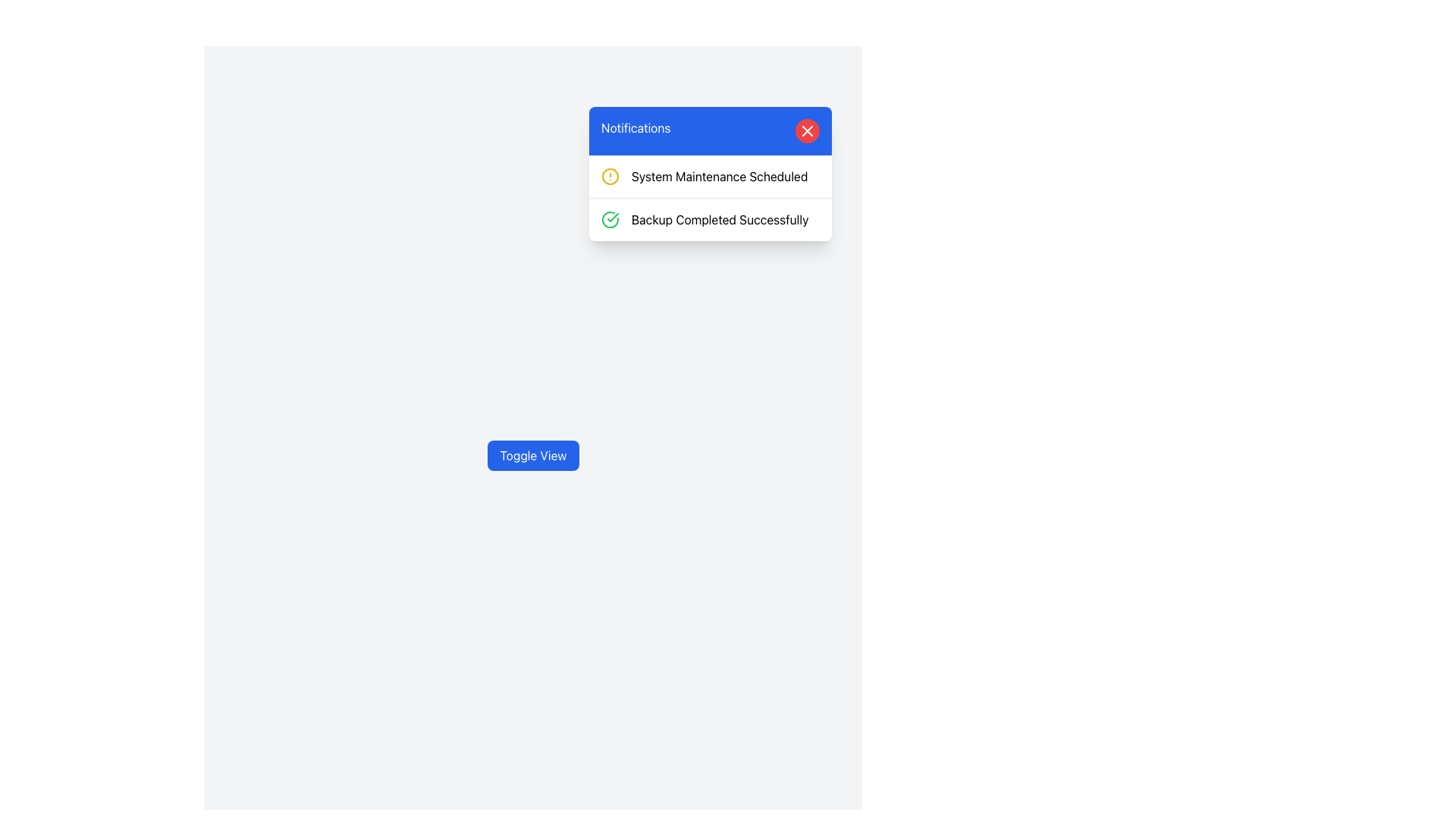  I want to click on the state of the warning icon located to the left of the 'System Maintenance Scheduled' text in the notification list panel, so click(610, 175).